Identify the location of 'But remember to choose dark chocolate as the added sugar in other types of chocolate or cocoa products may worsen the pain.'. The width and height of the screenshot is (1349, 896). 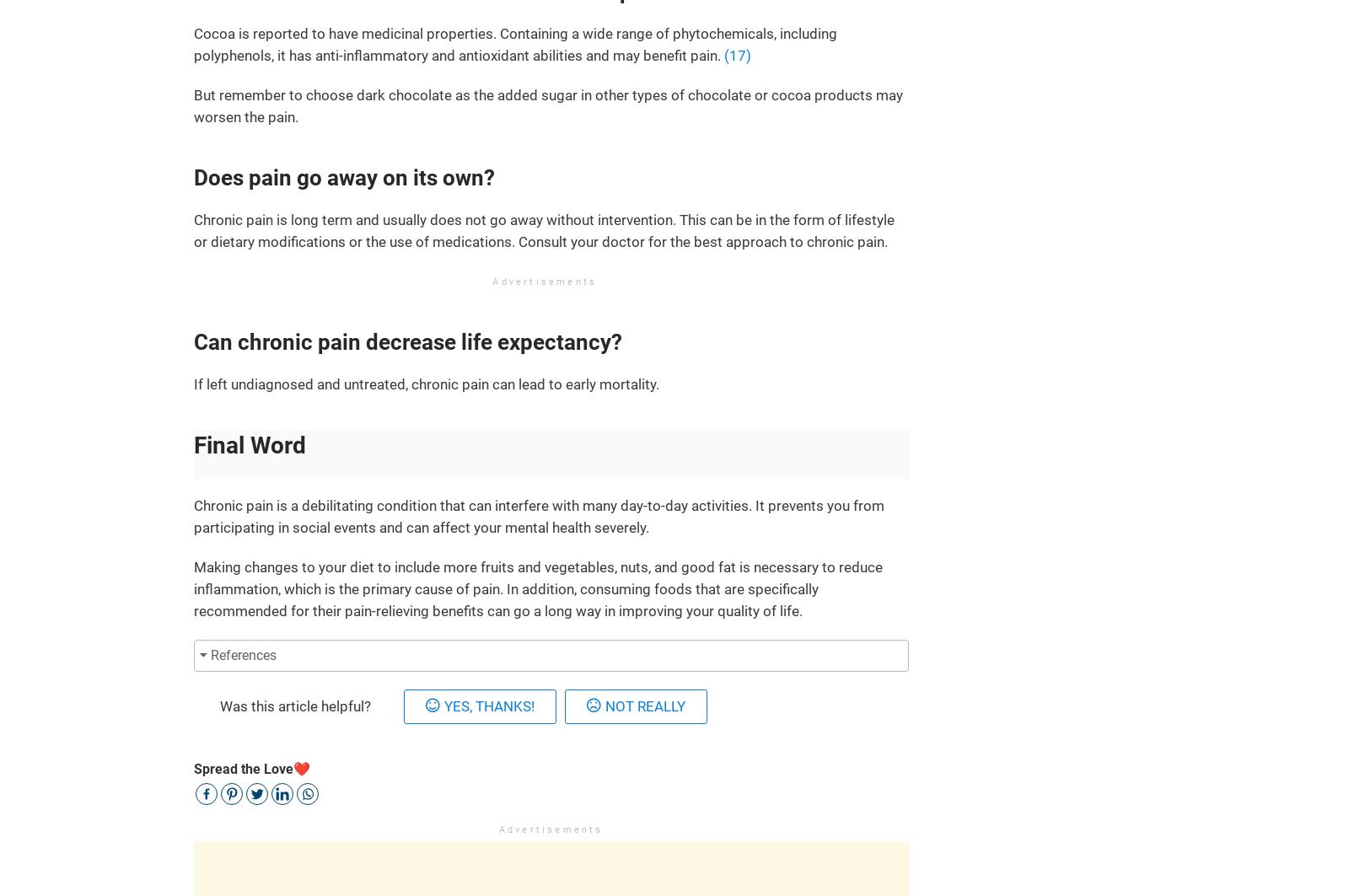
(548, 105).